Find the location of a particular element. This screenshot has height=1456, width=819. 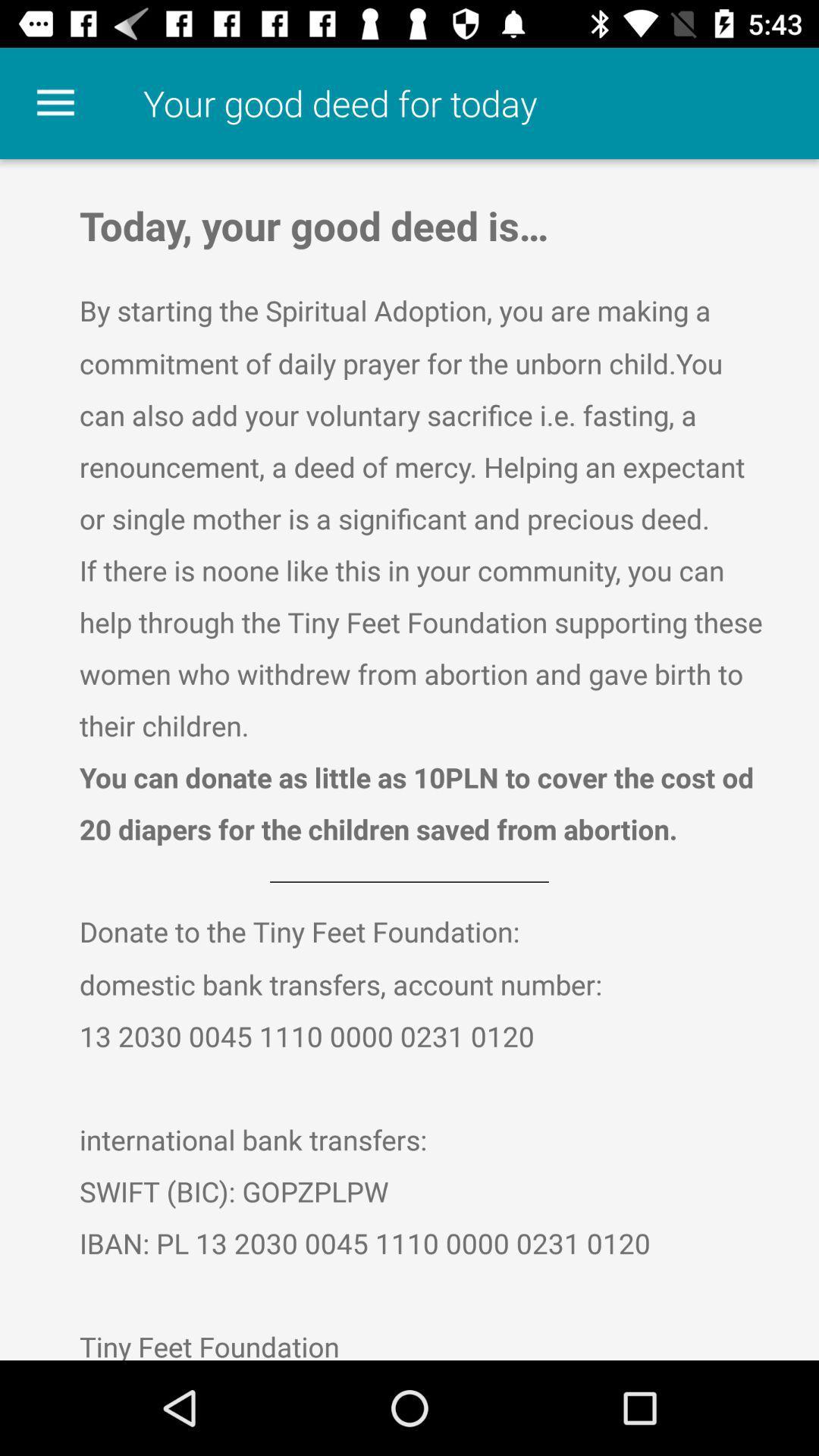

the icon next to your good deed icon is located at coordinates (55, 102).